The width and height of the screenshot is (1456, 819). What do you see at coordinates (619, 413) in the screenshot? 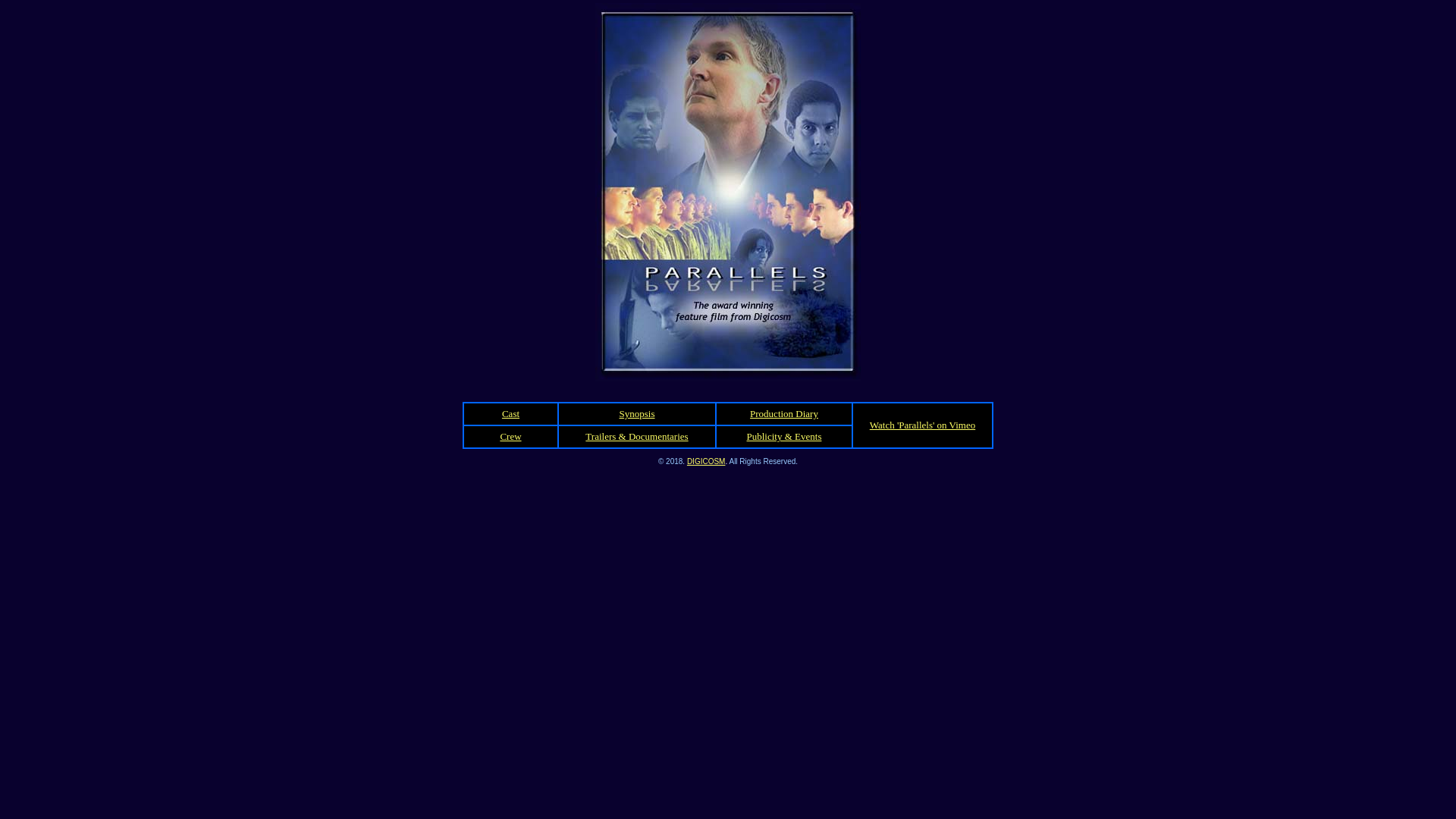
I see `'Synopsis'` at bounding box center [619, 413].